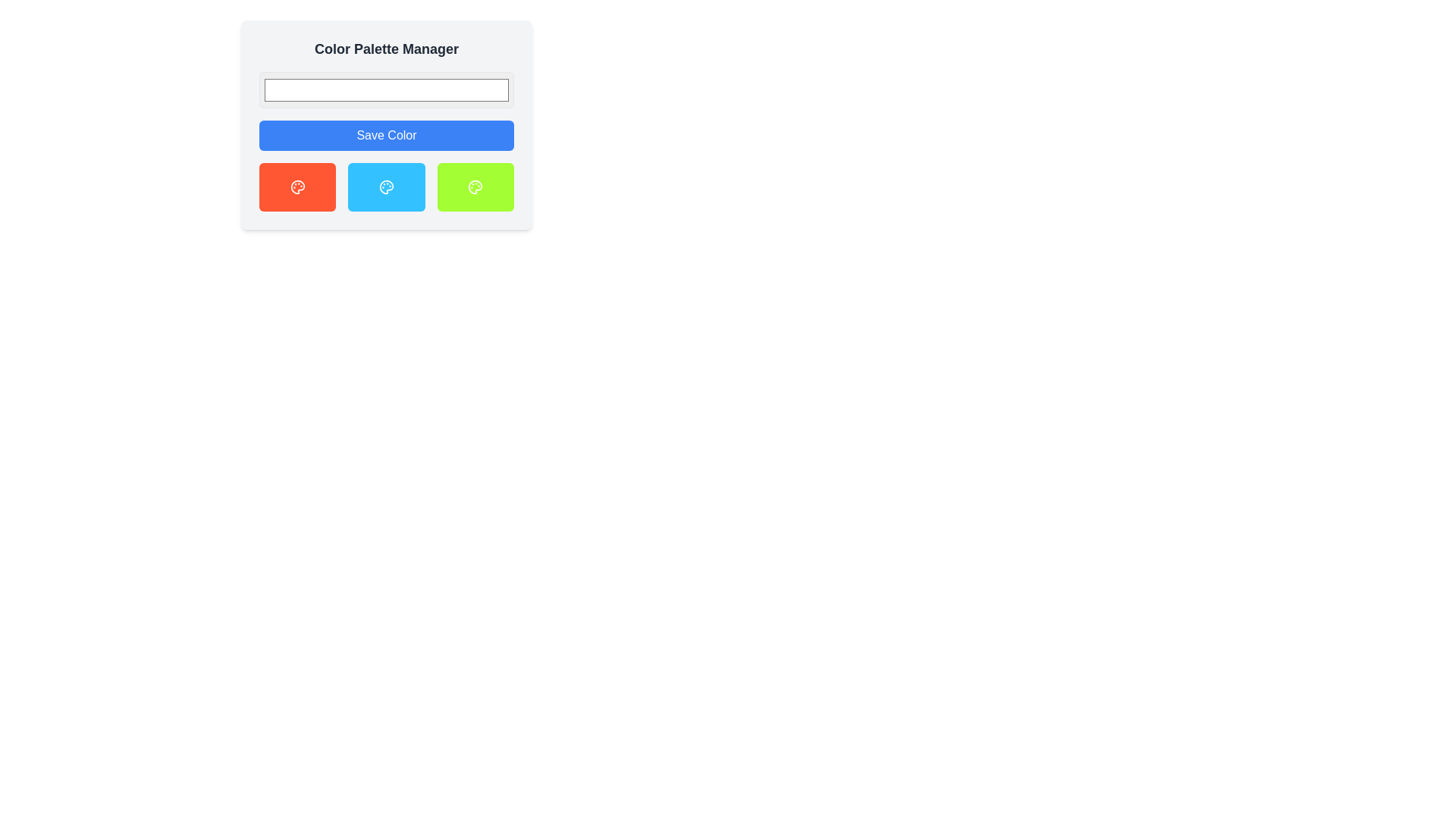 The image size is (1456, 819). I want to click on the third selectable item representing a green color option in the palette manager, so click(475, 186).